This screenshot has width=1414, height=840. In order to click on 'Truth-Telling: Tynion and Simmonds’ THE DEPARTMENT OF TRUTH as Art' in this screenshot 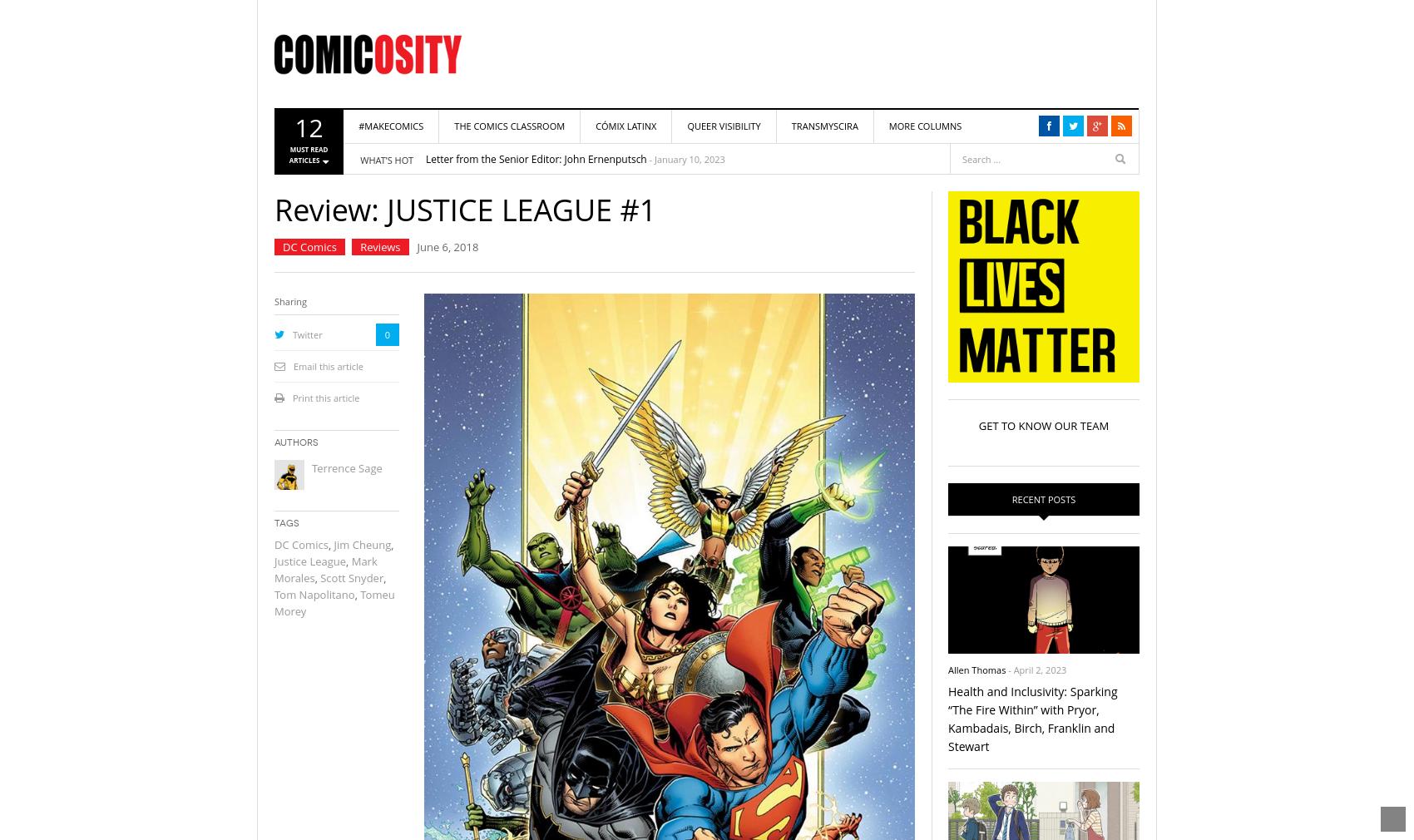, I will do `click(592, 141)`.